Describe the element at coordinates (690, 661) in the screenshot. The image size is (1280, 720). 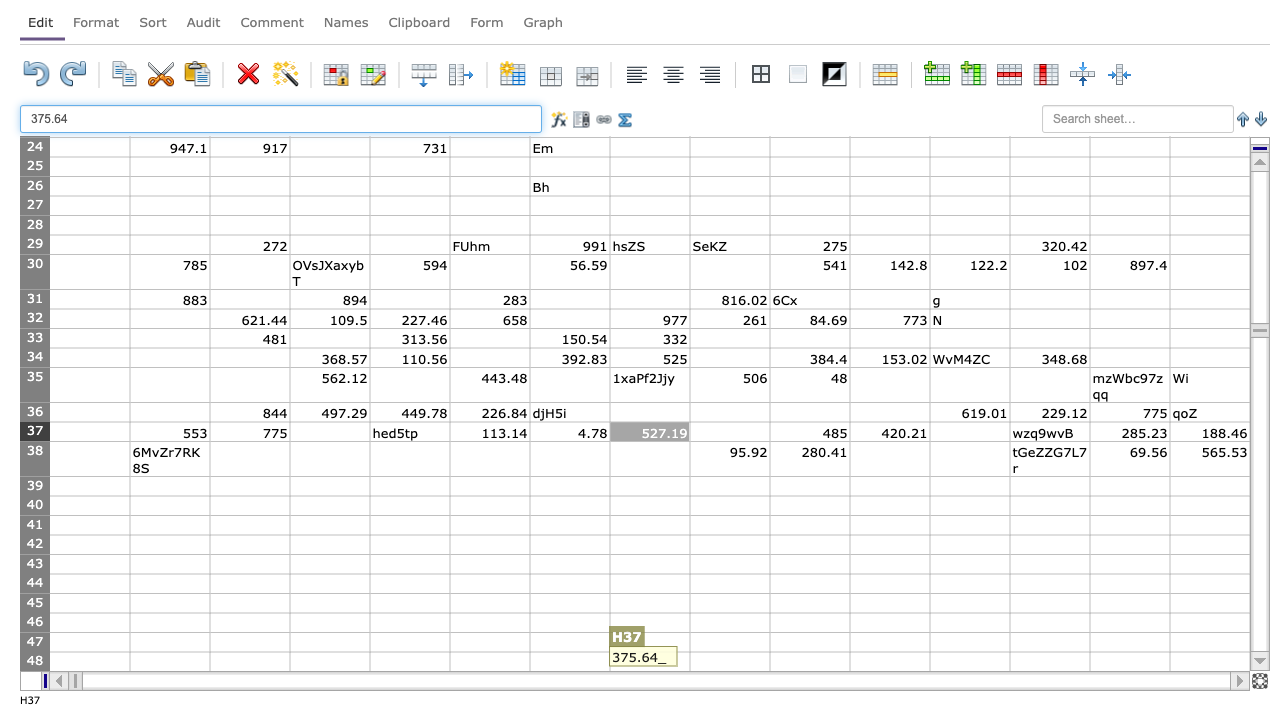
I see `Left border of cell I-48` at that location.